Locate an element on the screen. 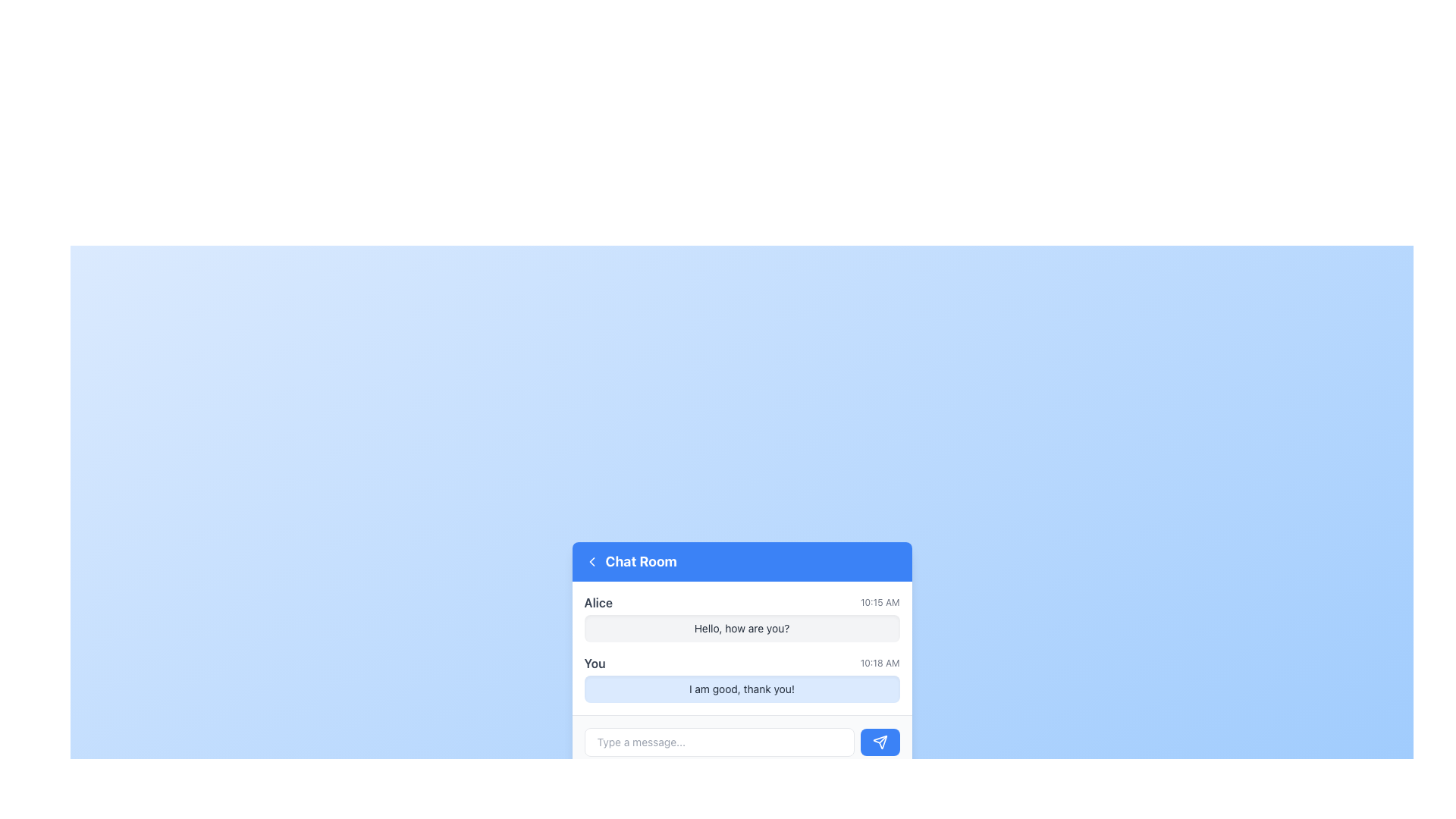 Image resolution: width=1456 pixels, height=819 pixels. text content of the message sender's name displayed in the Text label on the left side of the message header in the chat bubble is located at coordinates (598, 601).